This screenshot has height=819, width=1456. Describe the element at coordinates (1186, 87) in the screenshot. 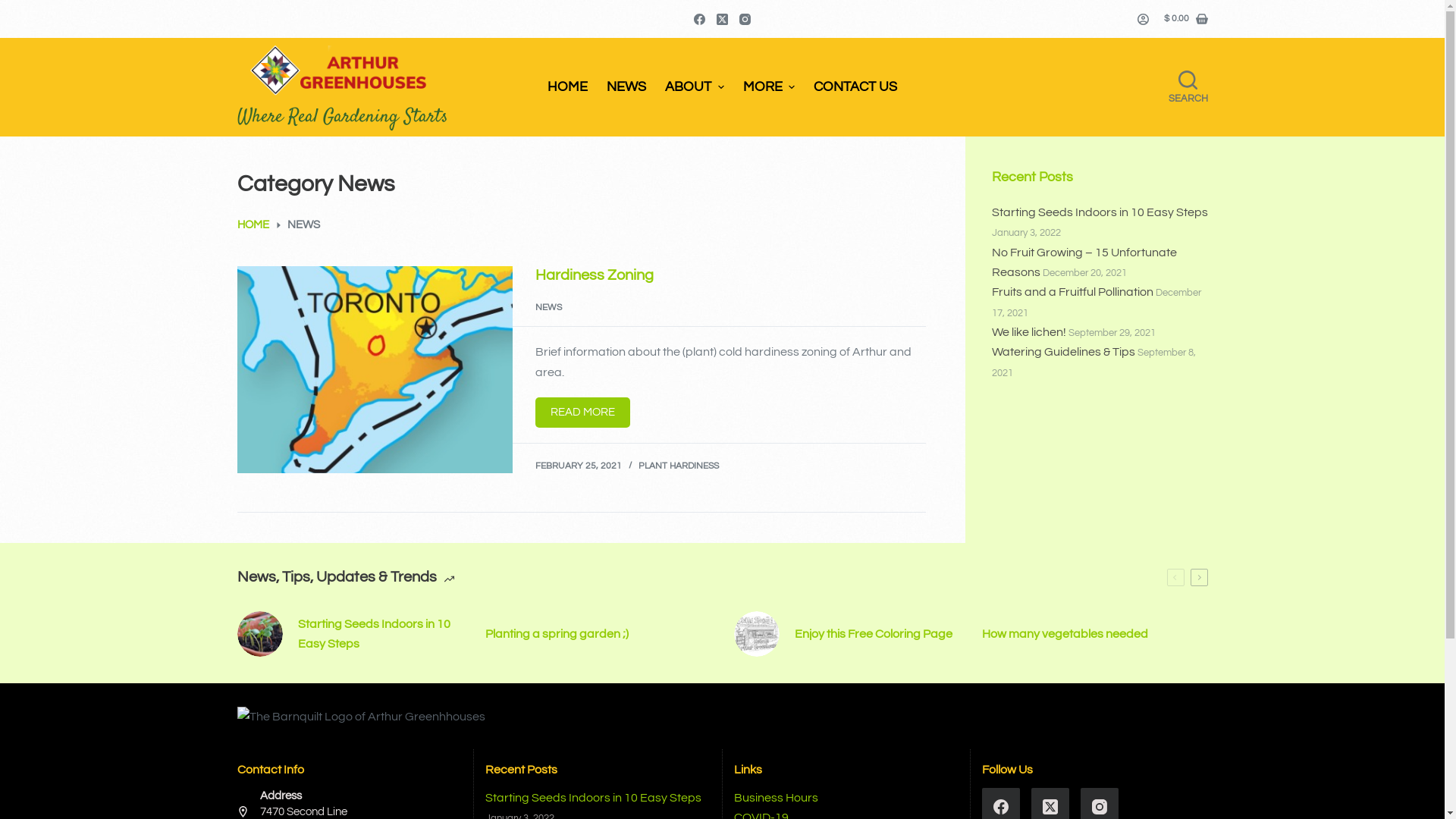

I see `'SEARCH'` at that location.